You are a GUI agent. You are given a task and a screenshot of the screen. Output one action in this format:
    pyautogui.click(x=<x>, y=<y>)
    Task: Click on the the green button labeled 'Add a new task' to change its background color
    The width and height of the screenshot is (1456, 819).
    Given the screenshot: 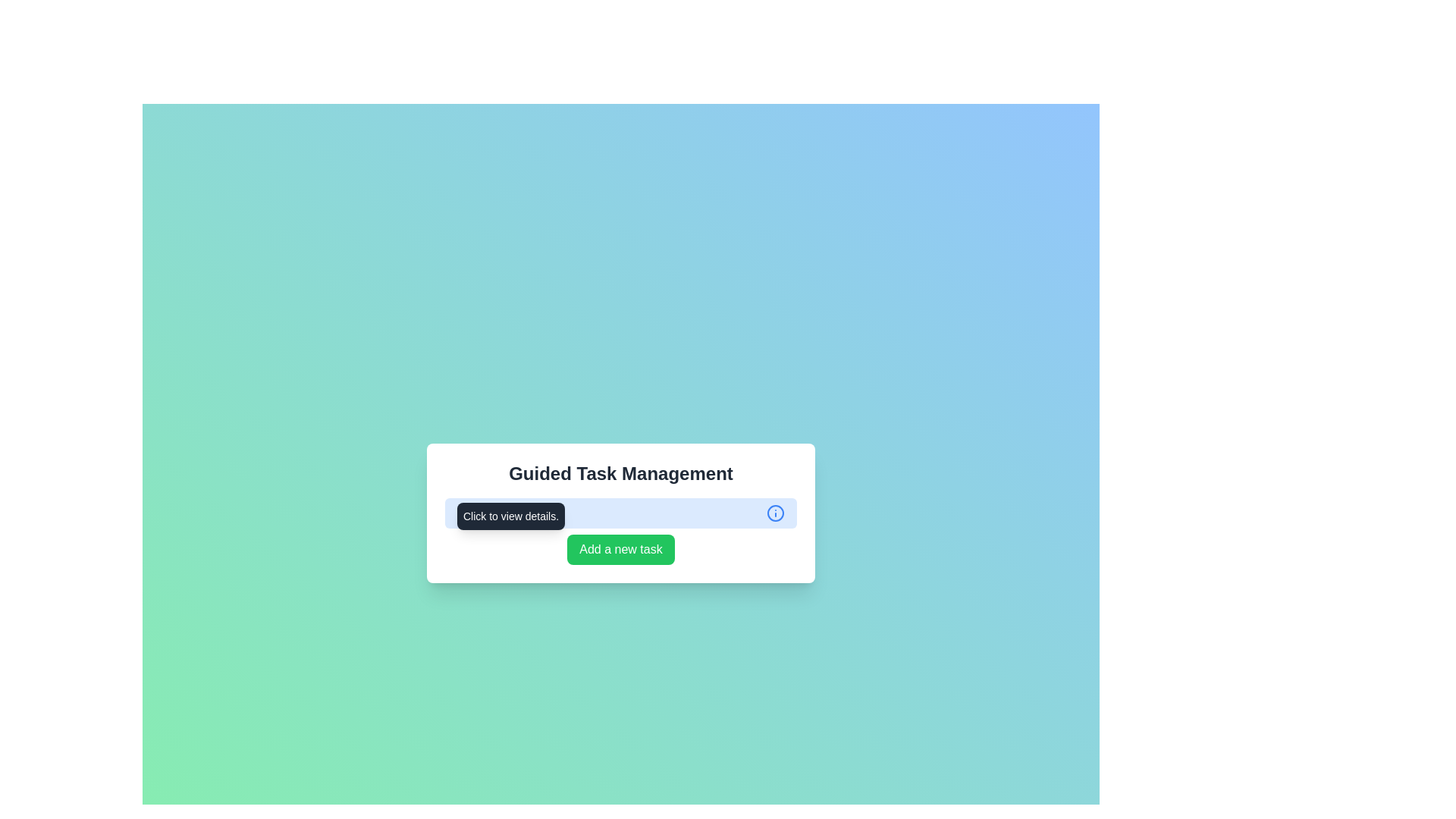 What is the action you would take?
    pyautogui.click(x=621, y=550)
    